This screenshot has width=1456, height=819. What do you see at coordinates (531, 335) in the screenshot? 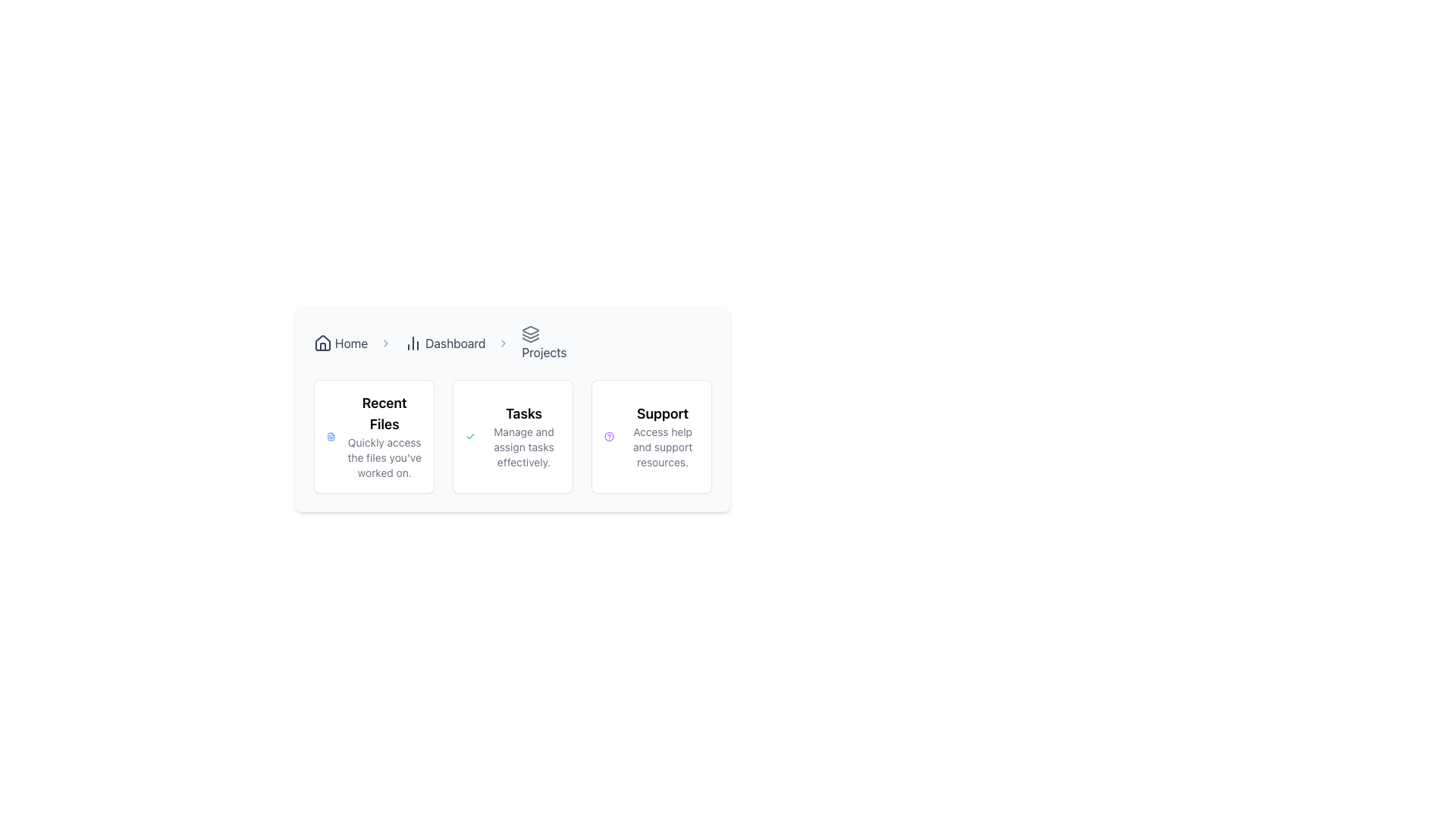
I see `the decorative SVG icon element located in the breadcrumbs navigation section, just before the text 'Projects'` at bounding box center [531, 335].